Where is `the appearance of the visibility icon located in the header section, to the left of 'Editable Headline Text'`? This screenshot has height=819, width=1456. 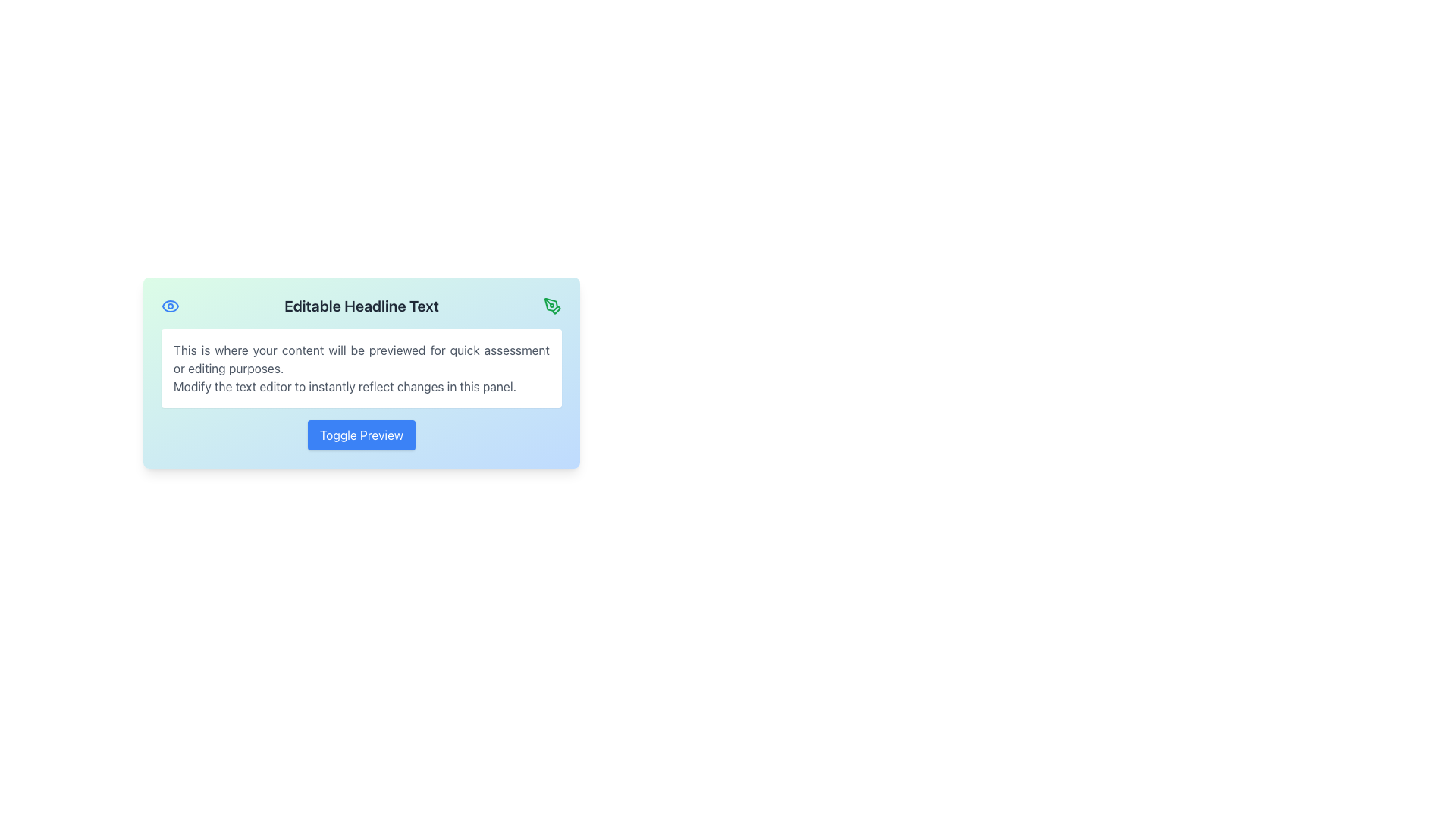 the appearance of the visibility icon located in the header section, to the left of 'Editable Headline Text' is located at coordinates (171, 306).